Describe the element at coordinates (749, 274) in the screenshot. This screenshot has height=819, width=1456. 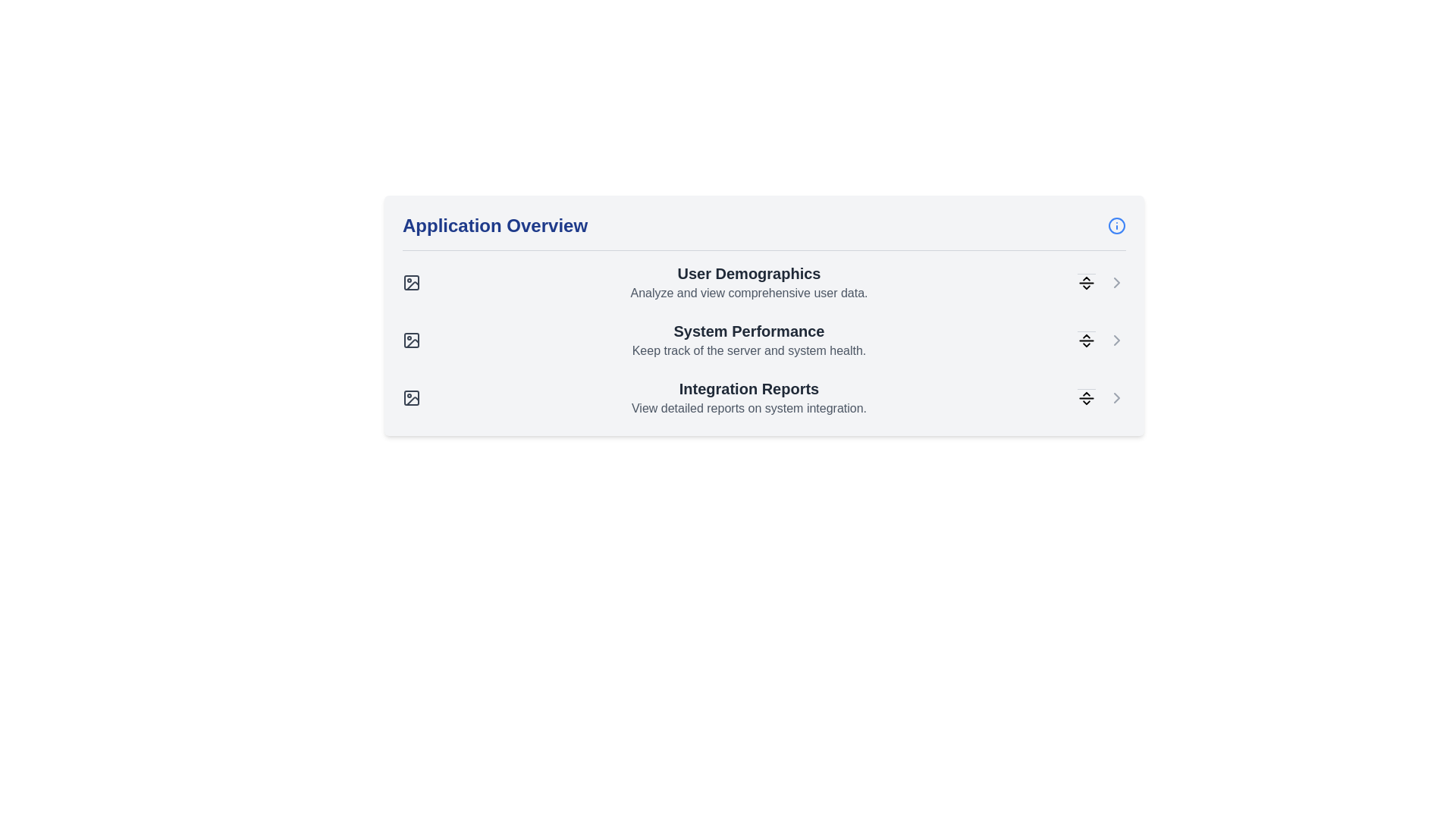
I see `the text label displaying 'User Demographics', which is styled with a large bold font and is dark gray in color, located below the 'Application Overview' header` at that location.